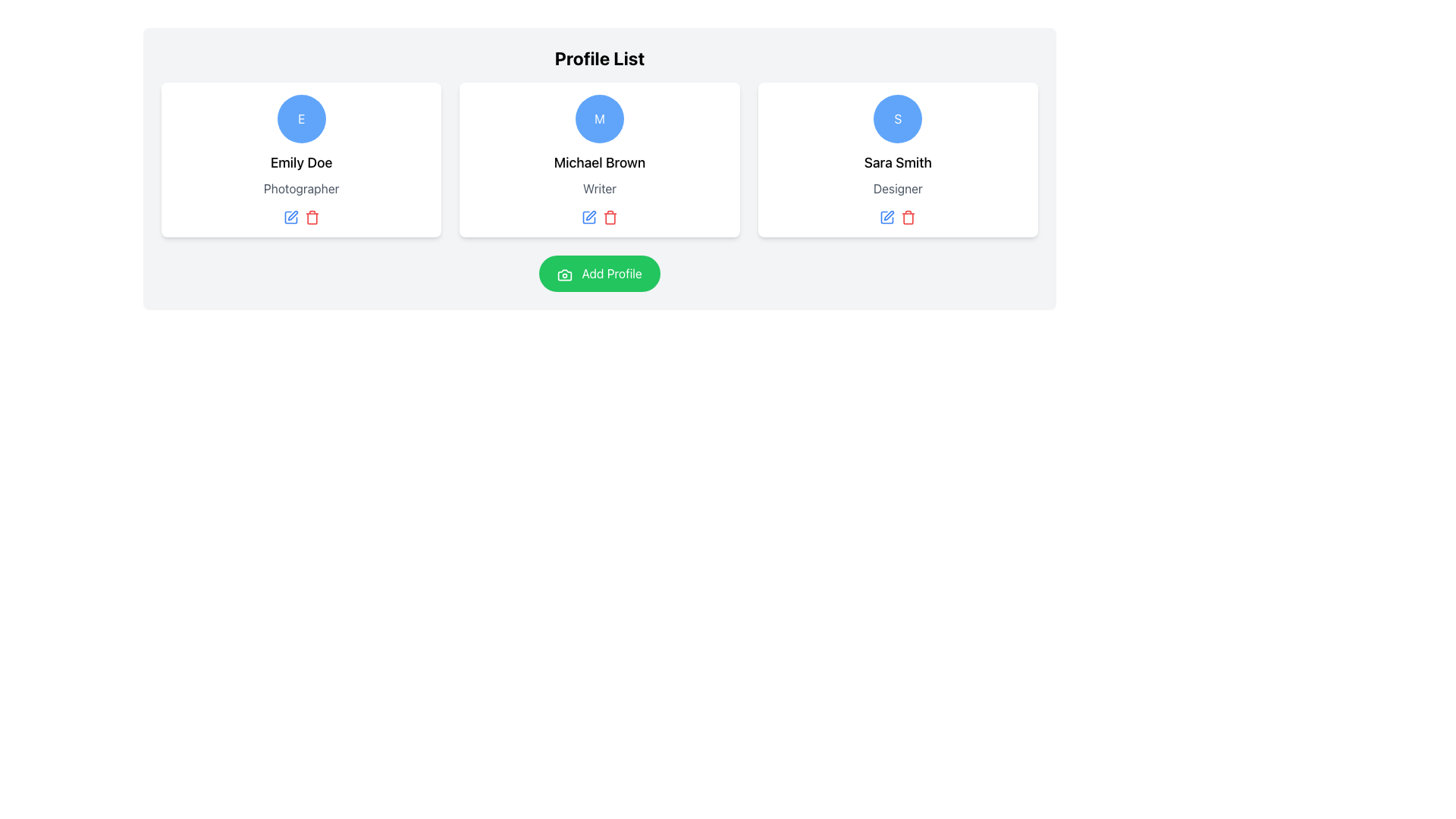  Describe the element at coordinates (599, 188) in the screenshot. I see `the text label displaying 'Writer' in gray color, which is positioned below the name 'Michael Brown' within the white rectangular card` at that location.